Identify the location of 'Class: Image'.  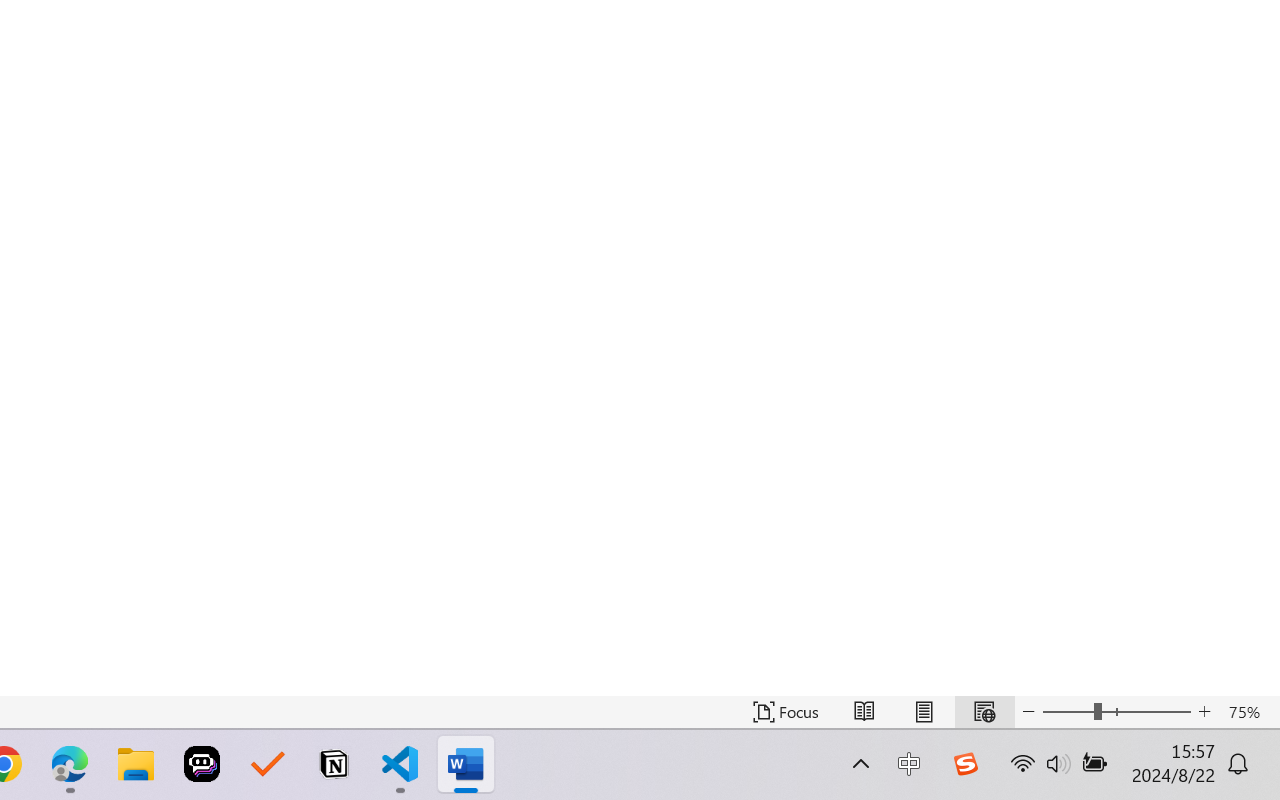
(965, 764).